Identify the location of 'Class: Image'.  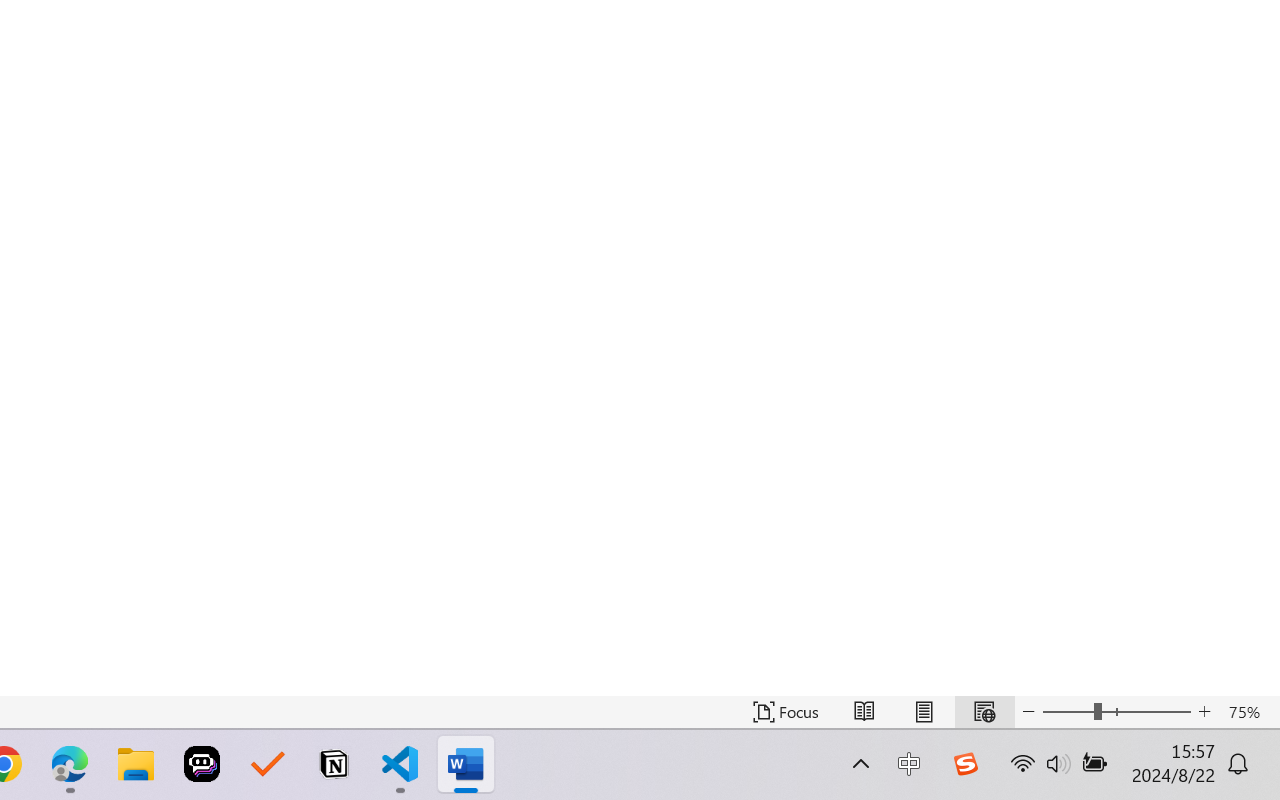
(965, 764).